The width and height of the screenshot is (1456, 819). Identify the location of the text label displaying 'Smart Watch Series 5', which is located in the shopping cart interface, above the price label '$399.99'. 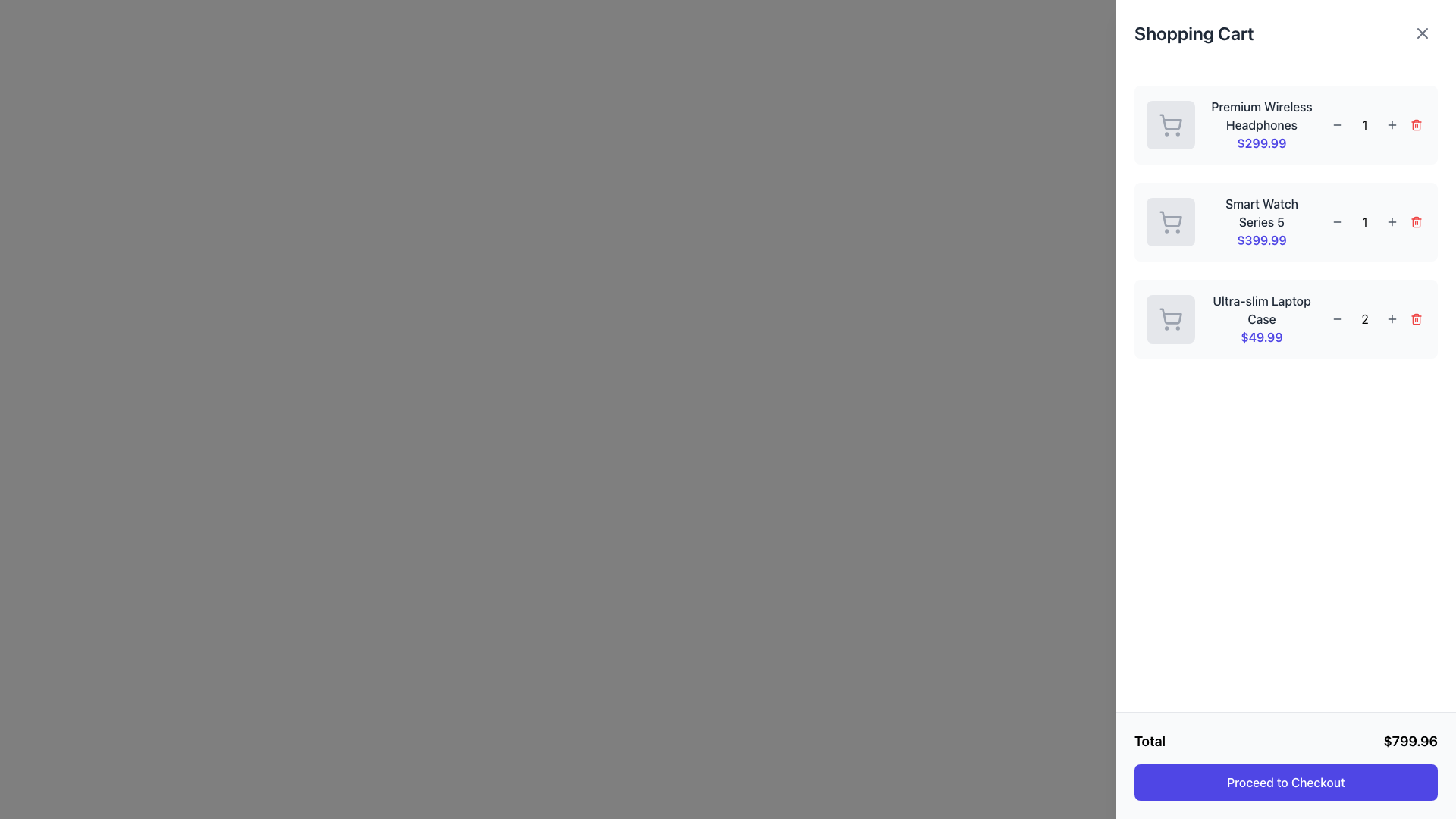
(1262, 213).